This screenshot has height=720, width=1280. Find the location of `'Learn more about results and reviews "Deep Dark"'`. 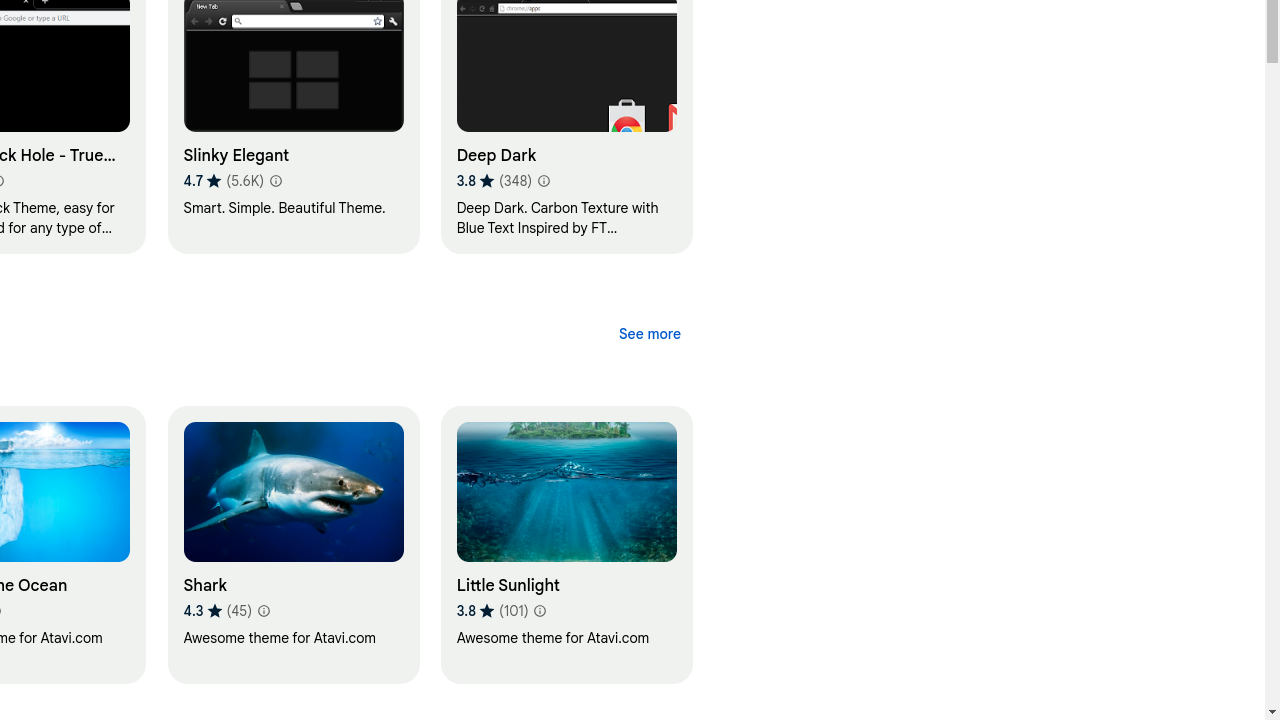

'Learn more about results and reviews "Deep Dark"' is located at coordinates (542, 181).